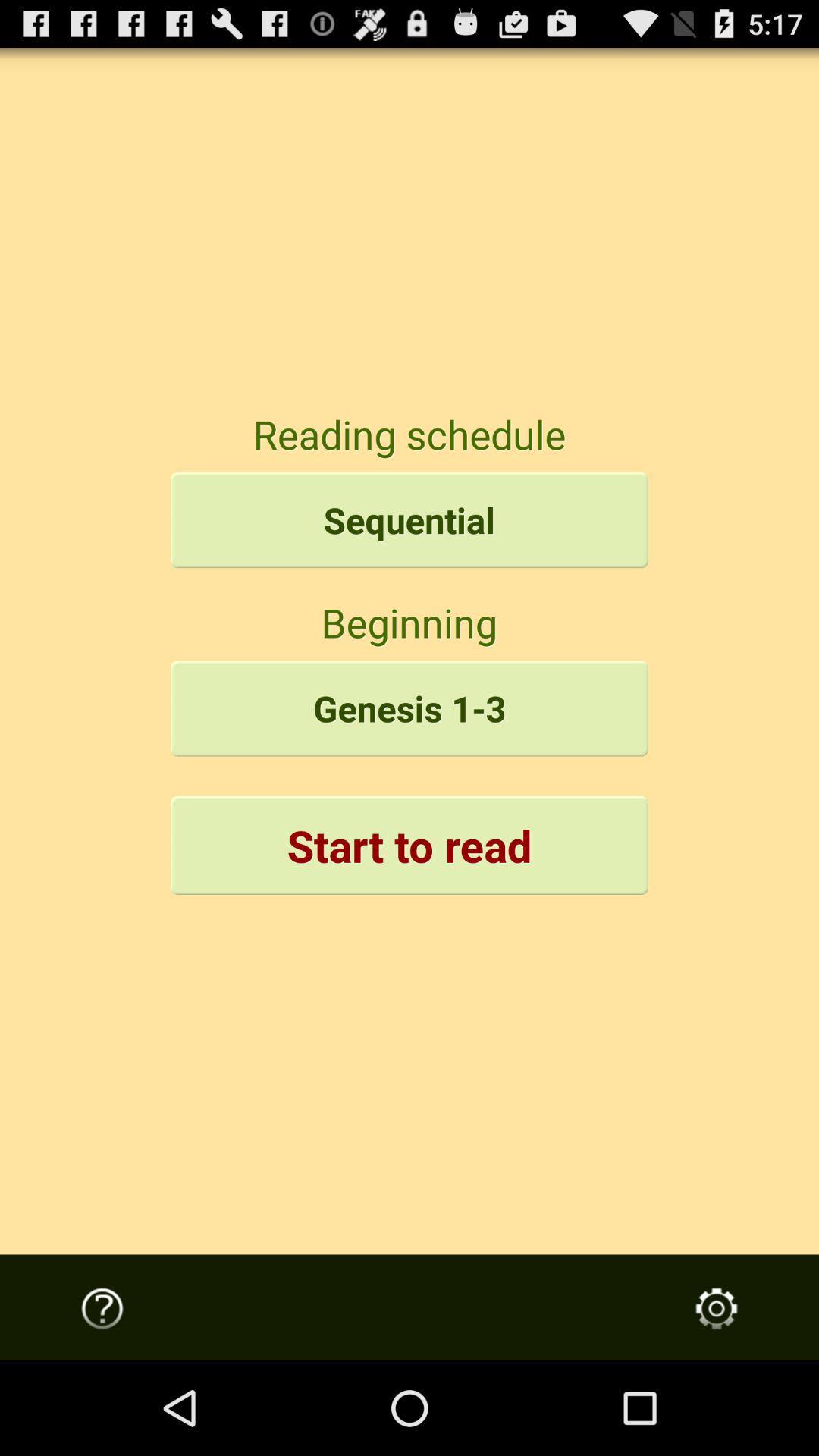 The width and height of the screenshot is (819, 1456). I want to click on button below genesis 1-3 icon, so click(409, 844).